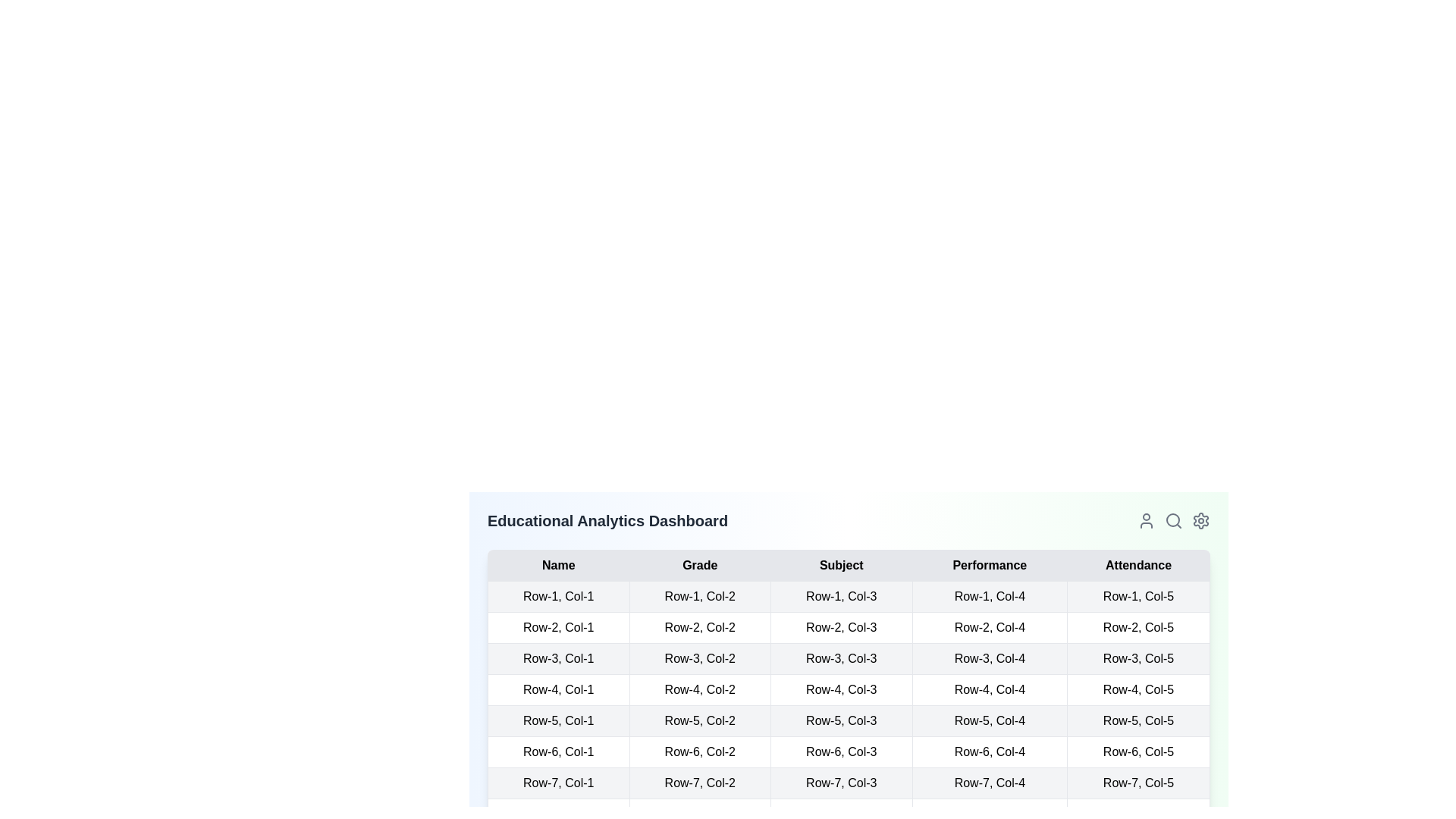 The image size is (1456, 819). I want to click on the column header Performance to sort the table by that column, so click(990, 565).